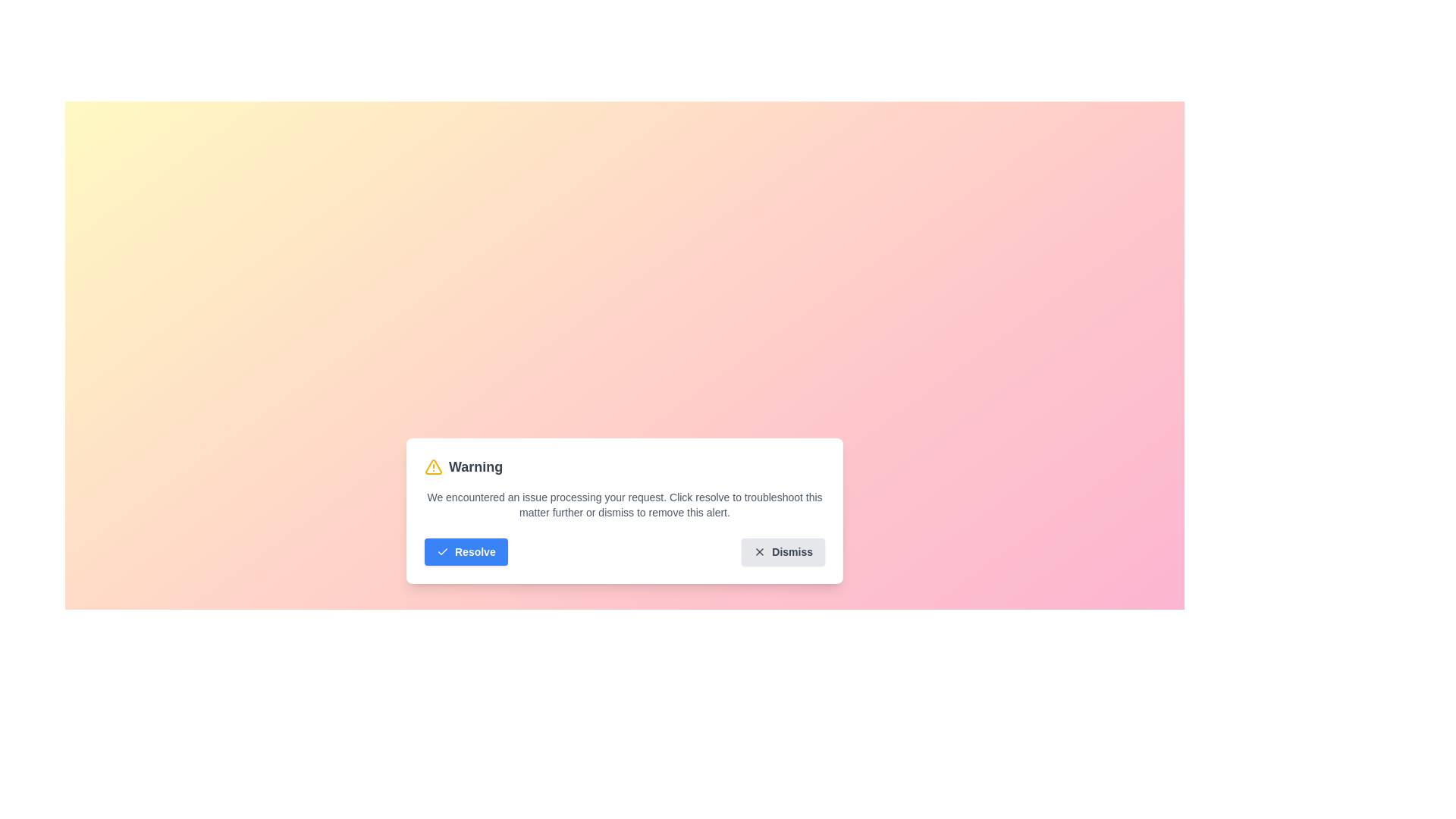 The height and width of the screenshot is (819, 1456). What do you see at coordinates (463, 466) in the screenshot?
I see `warning message displayed in the Header with icon element that features bold gray text 'Warning' and a yellow triangle-shaped warning icon with an exclamation mark` at bounding box center [463, 466].